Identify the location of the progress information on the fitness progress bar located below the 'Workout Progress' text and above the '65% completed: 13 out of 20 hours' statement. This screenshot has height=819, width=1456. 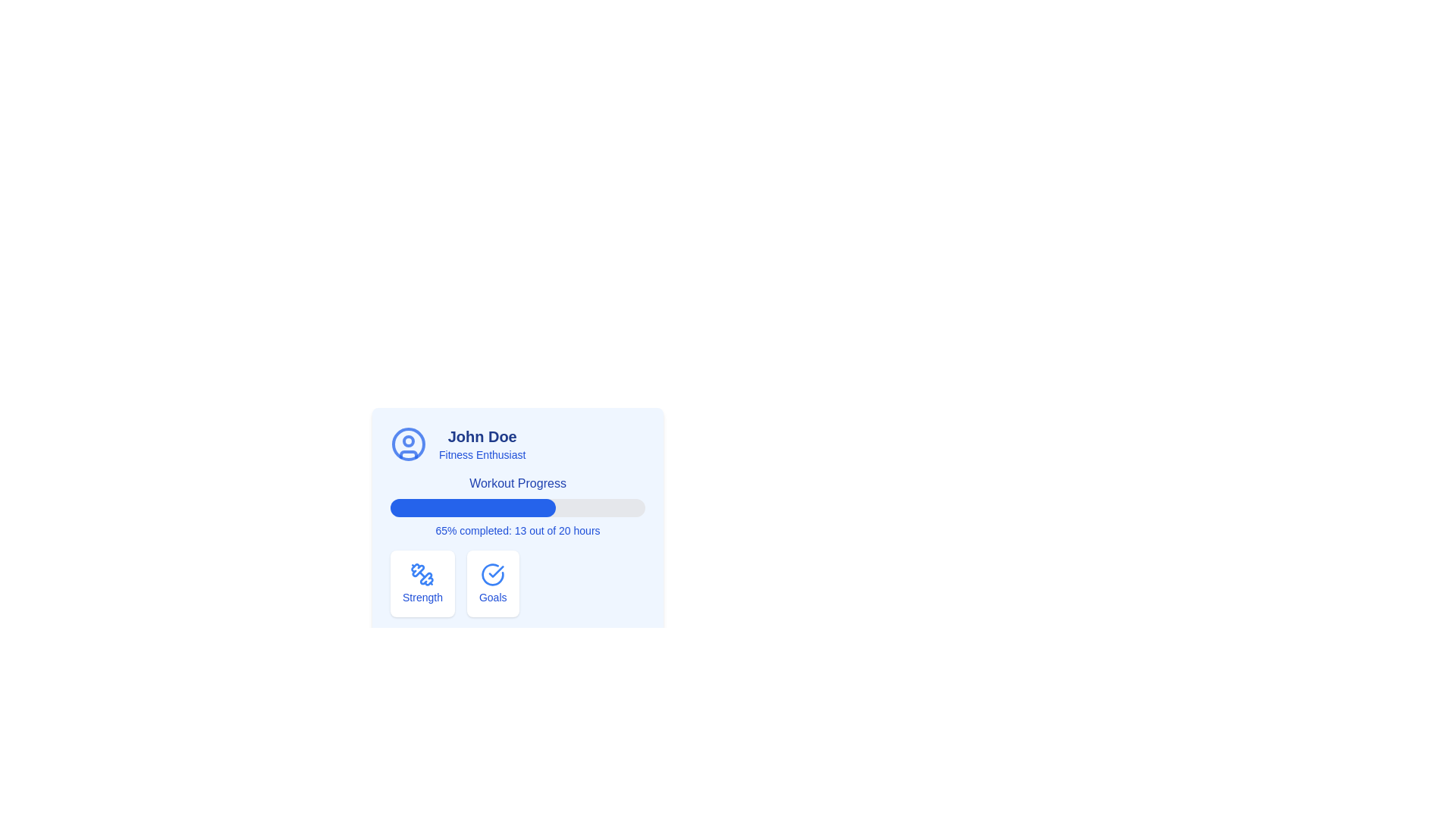
(517, 509).